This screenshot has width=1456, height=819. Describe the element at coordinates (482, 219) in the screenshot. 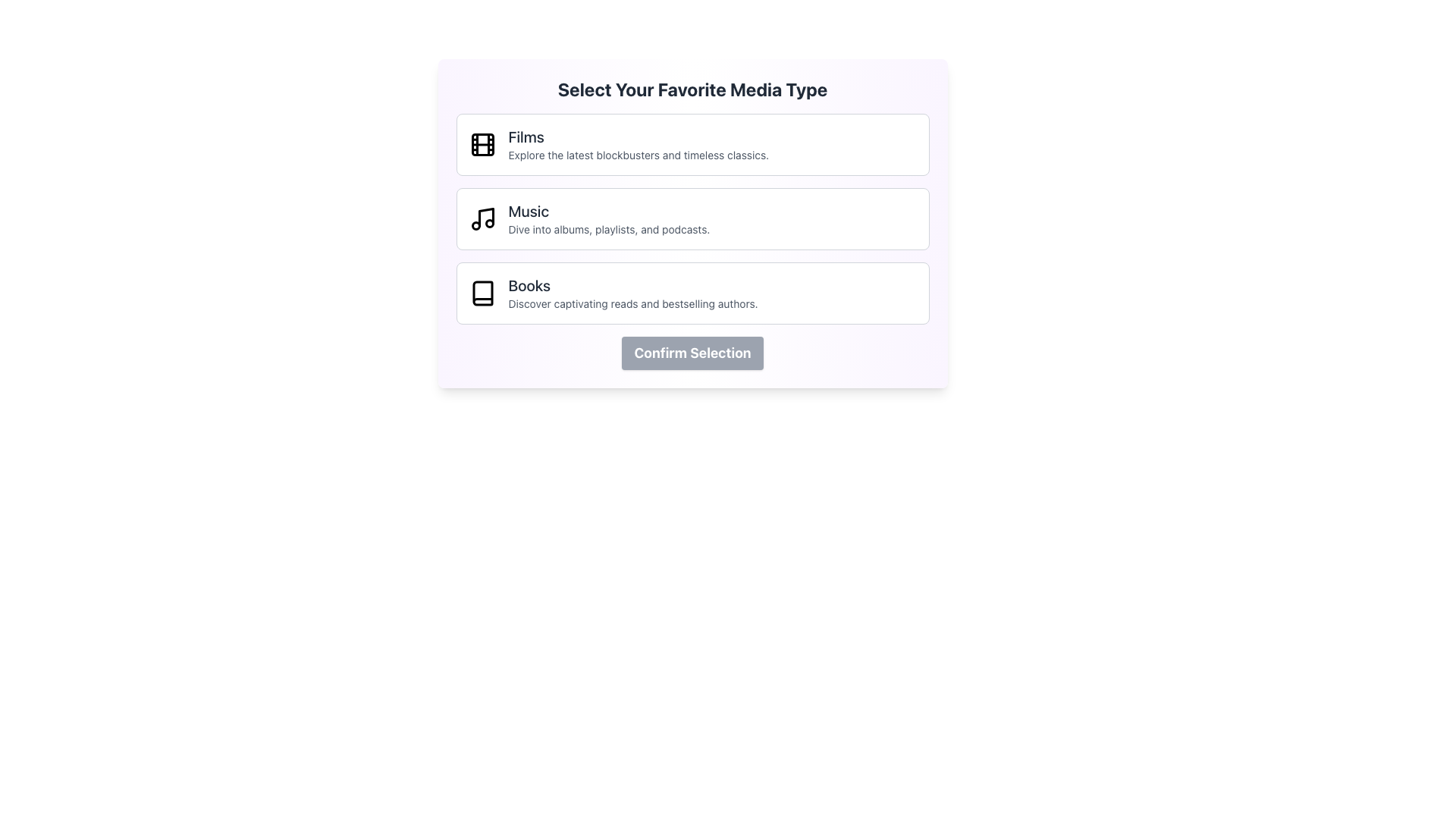

I see `the musical note icon representing the 'Music' option in the media selection menu, located to the left of the 'Music' label in the middle row of the three-item vertical list` at that location.